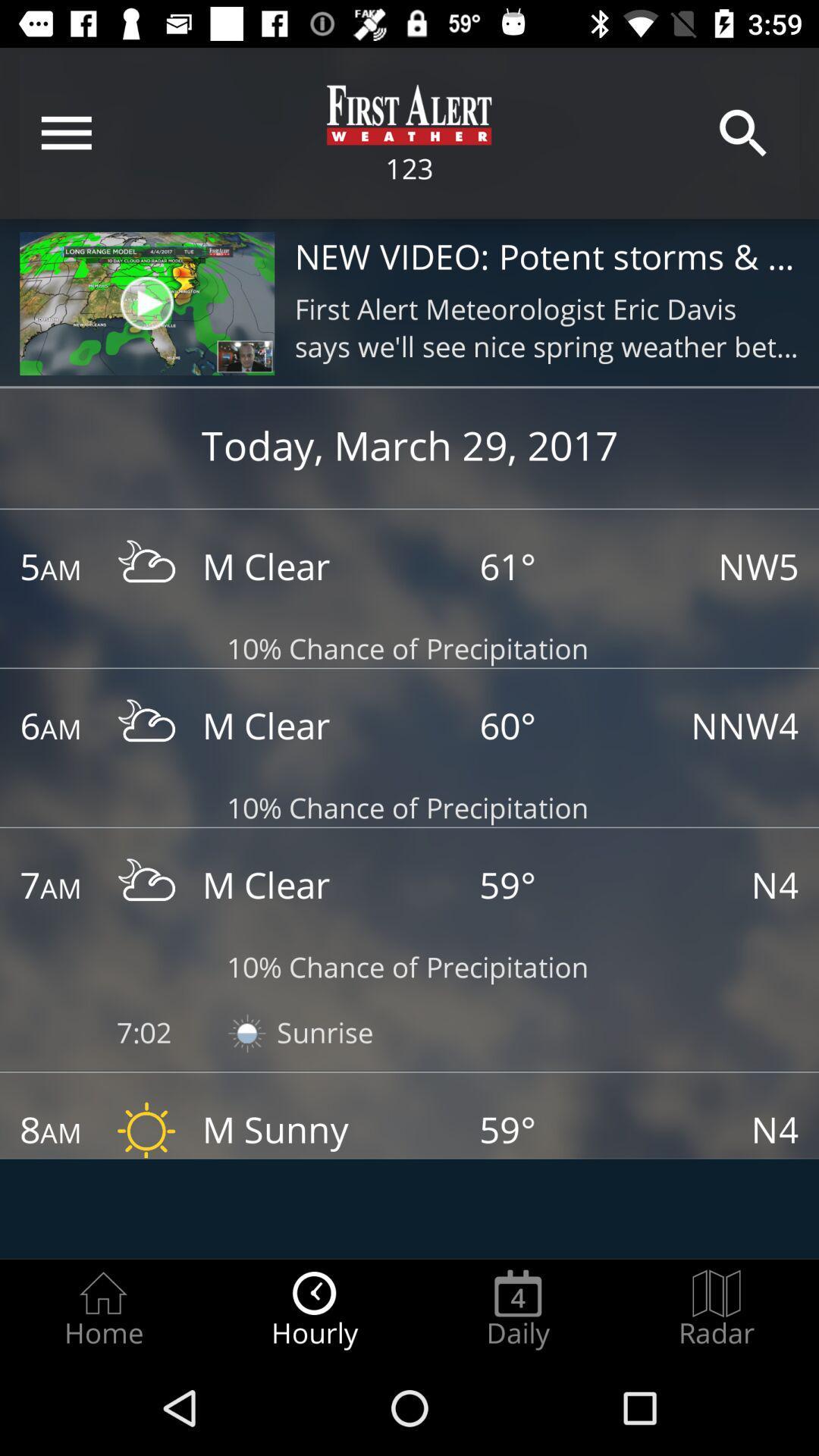 This screenshot has width=819, height=1456. Describe the element at coordinates (517, 1309) in the screenshot. I see `the item to the left of radar radio button` at that location.